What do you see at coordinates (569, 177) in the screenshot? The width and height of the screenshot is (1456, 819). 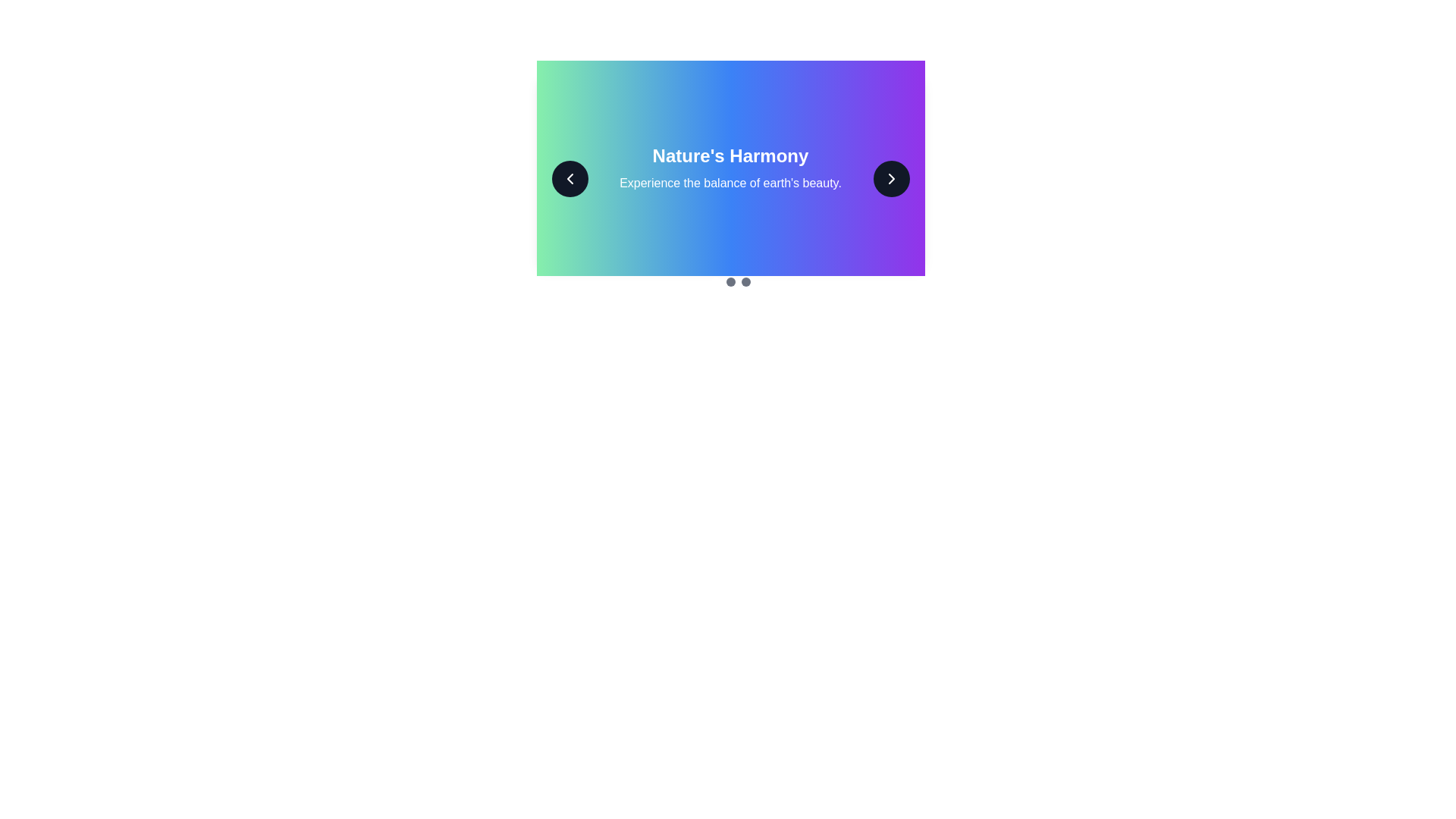 I see `the leftward pointing chevron icon, which is styled as a white arrow inside a circular black button` at bounding box center [569, 177].